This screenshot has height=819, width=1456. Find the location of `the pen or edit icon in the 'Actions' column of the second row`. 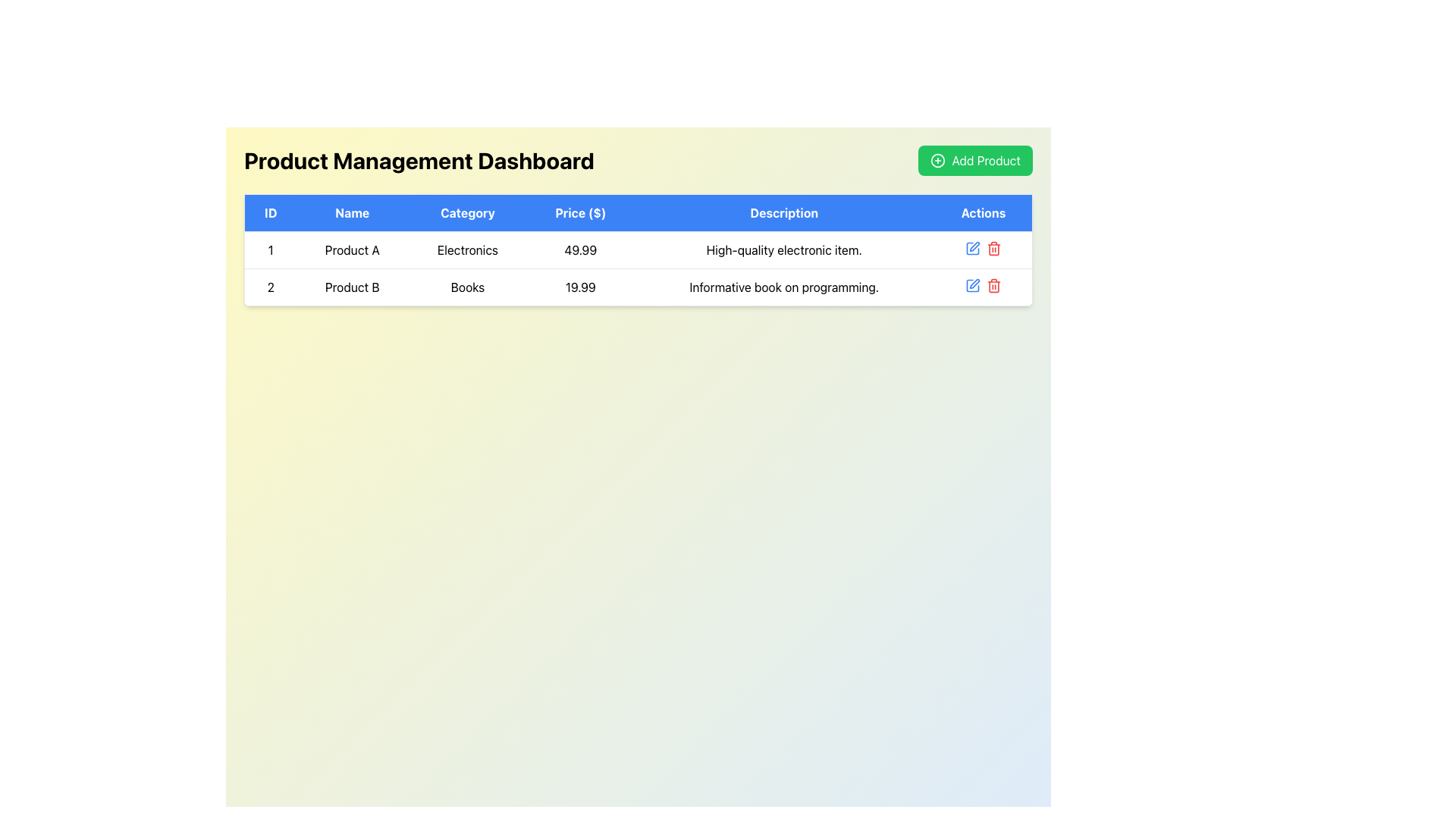

the pen or edit icon in the 'Actions' column of the second row is located at coordinates (974, 284).